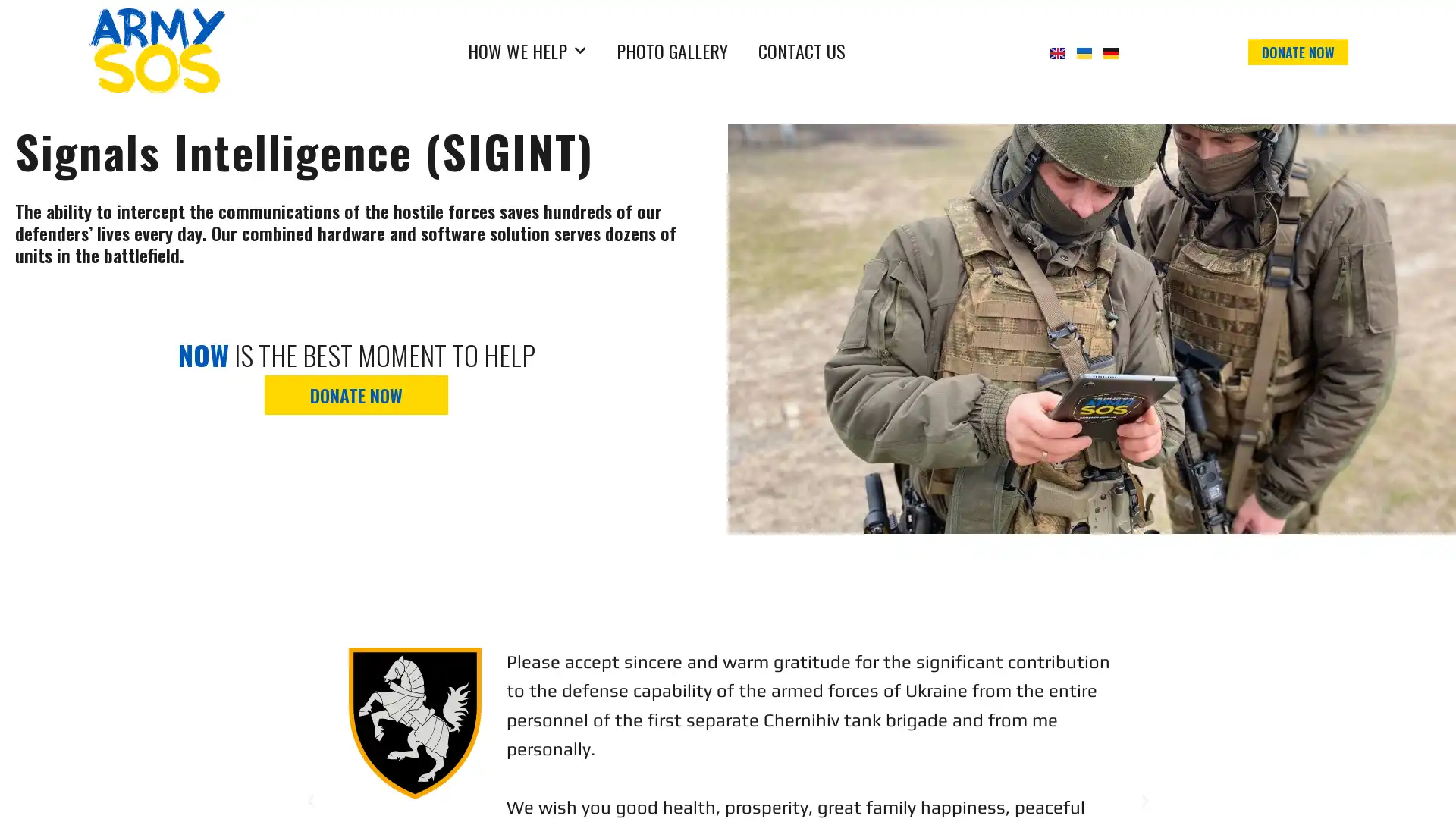 This screenshot has width=1456, height=819. I want to click on Previous slide, so click(309, 800).